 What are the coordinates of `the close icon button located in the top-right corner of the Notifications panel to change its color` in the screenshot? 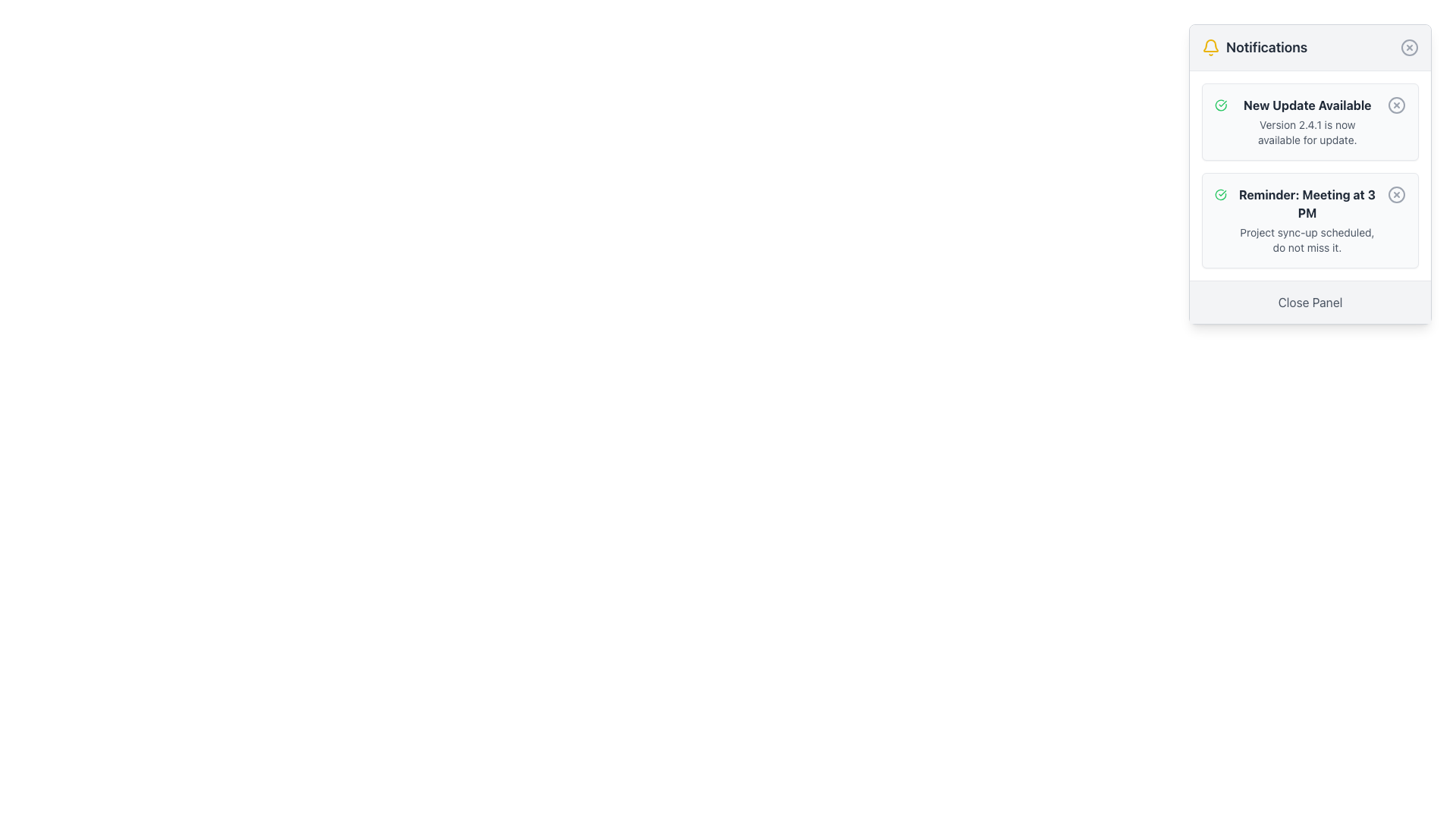 It's located at (1408, 46).